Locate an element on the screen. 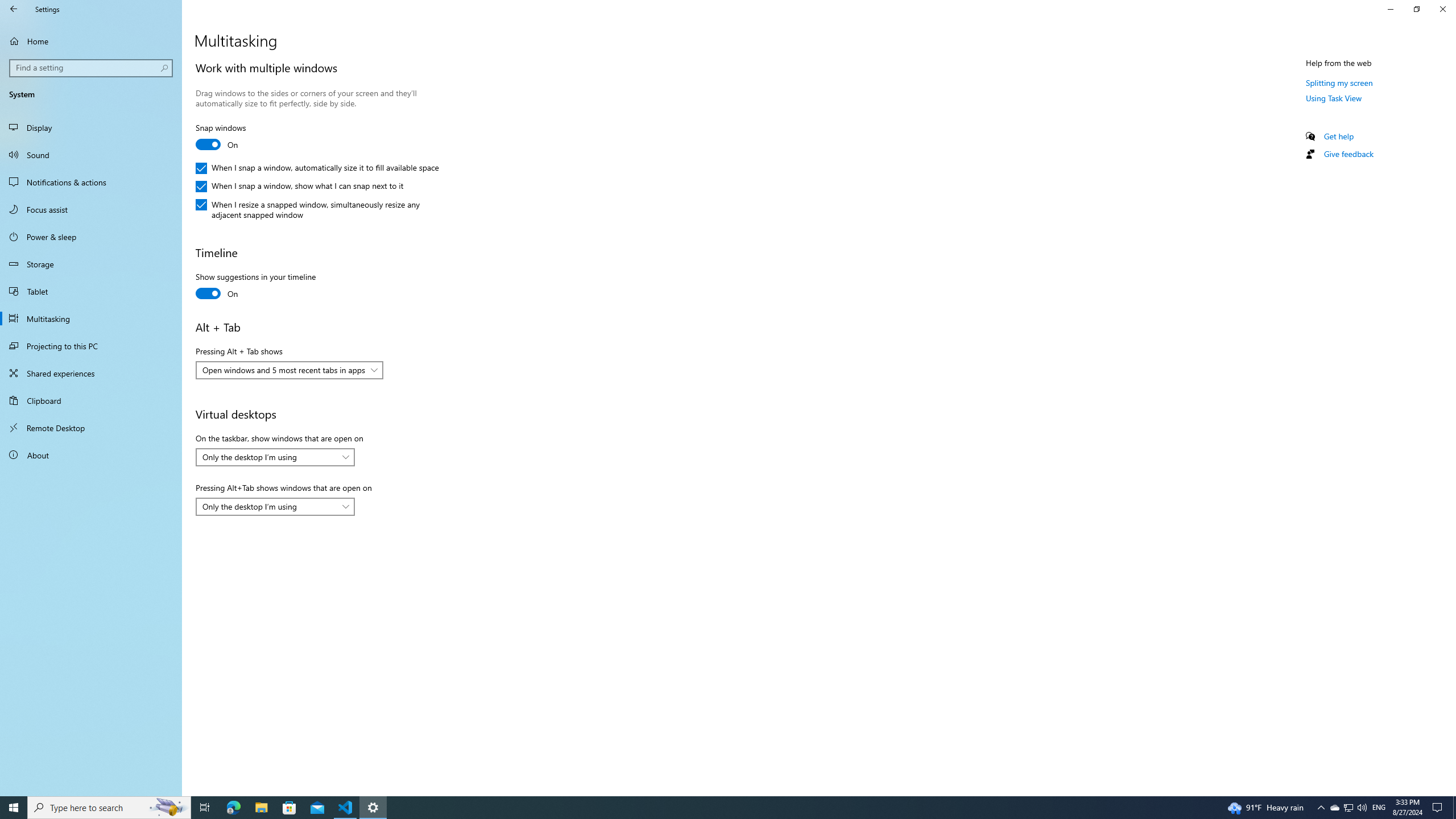 The height and width of the screenshot is (819, 1456). 'Tablet' is located at coordinates (90, 290).